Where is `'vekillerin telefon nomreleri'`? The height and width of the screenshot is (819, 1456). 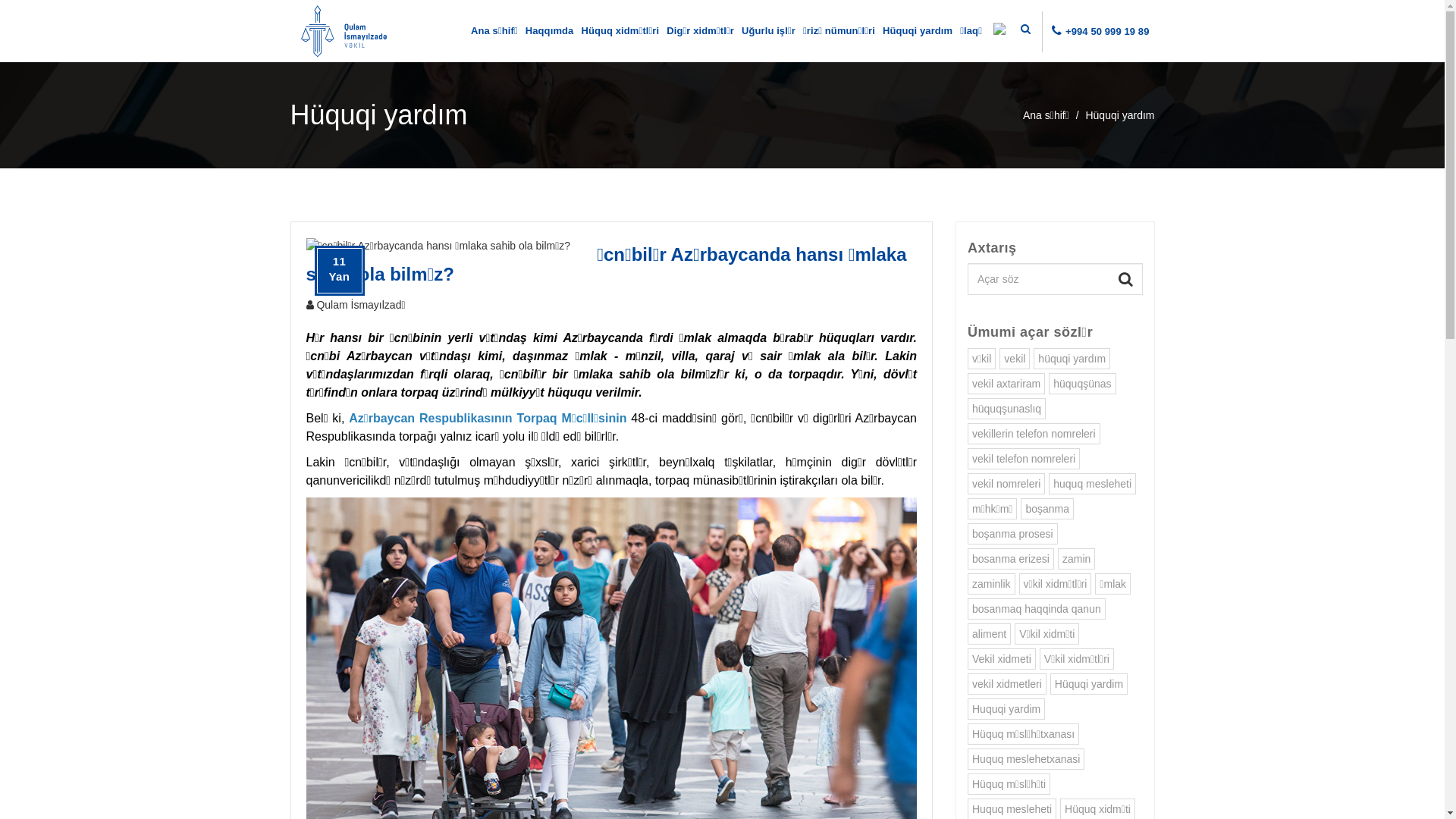
'vekillerin telefon nomreleri' is located at coordinates (1033, 433).